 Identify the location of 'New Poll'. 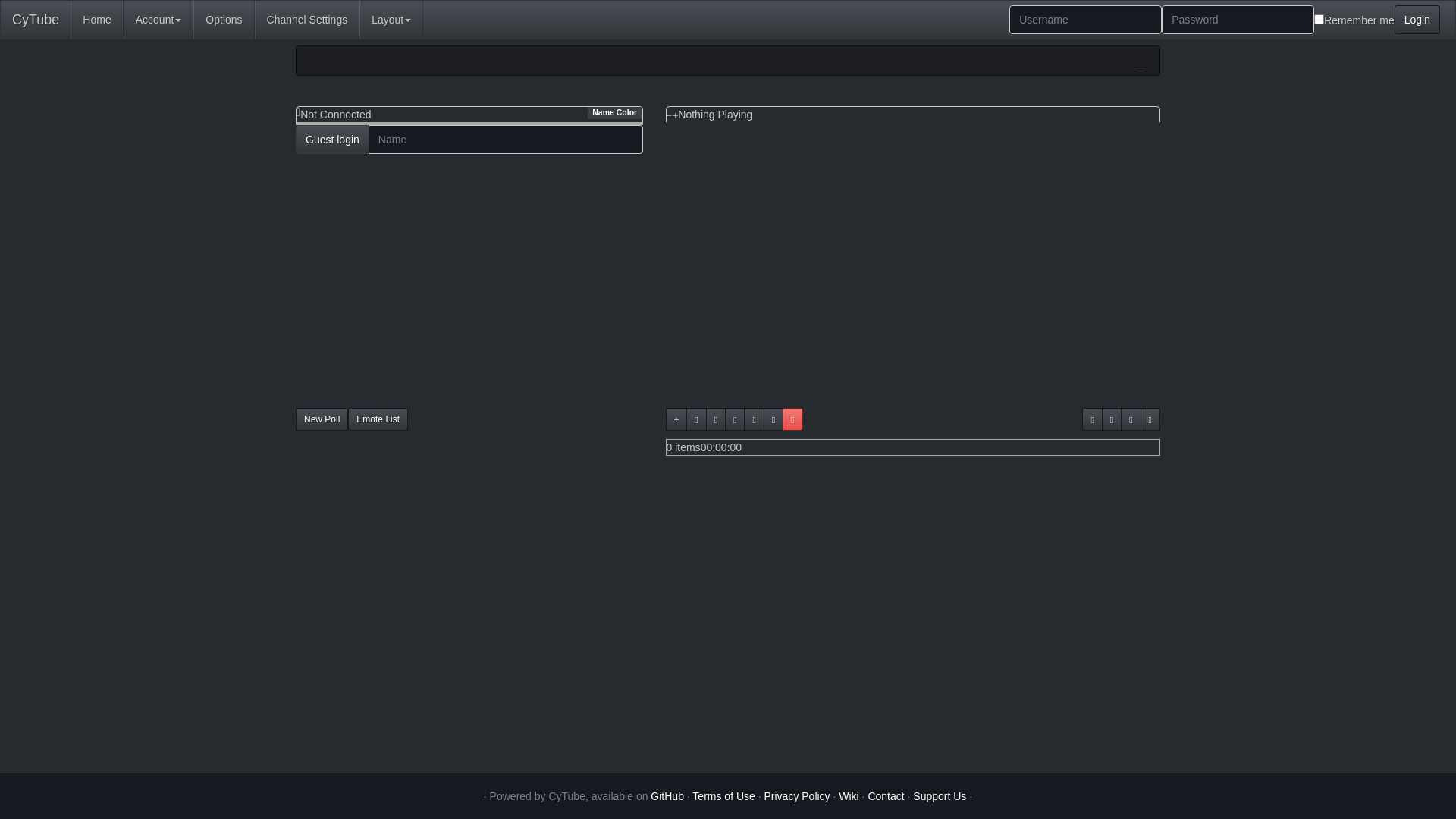
(321, 419).